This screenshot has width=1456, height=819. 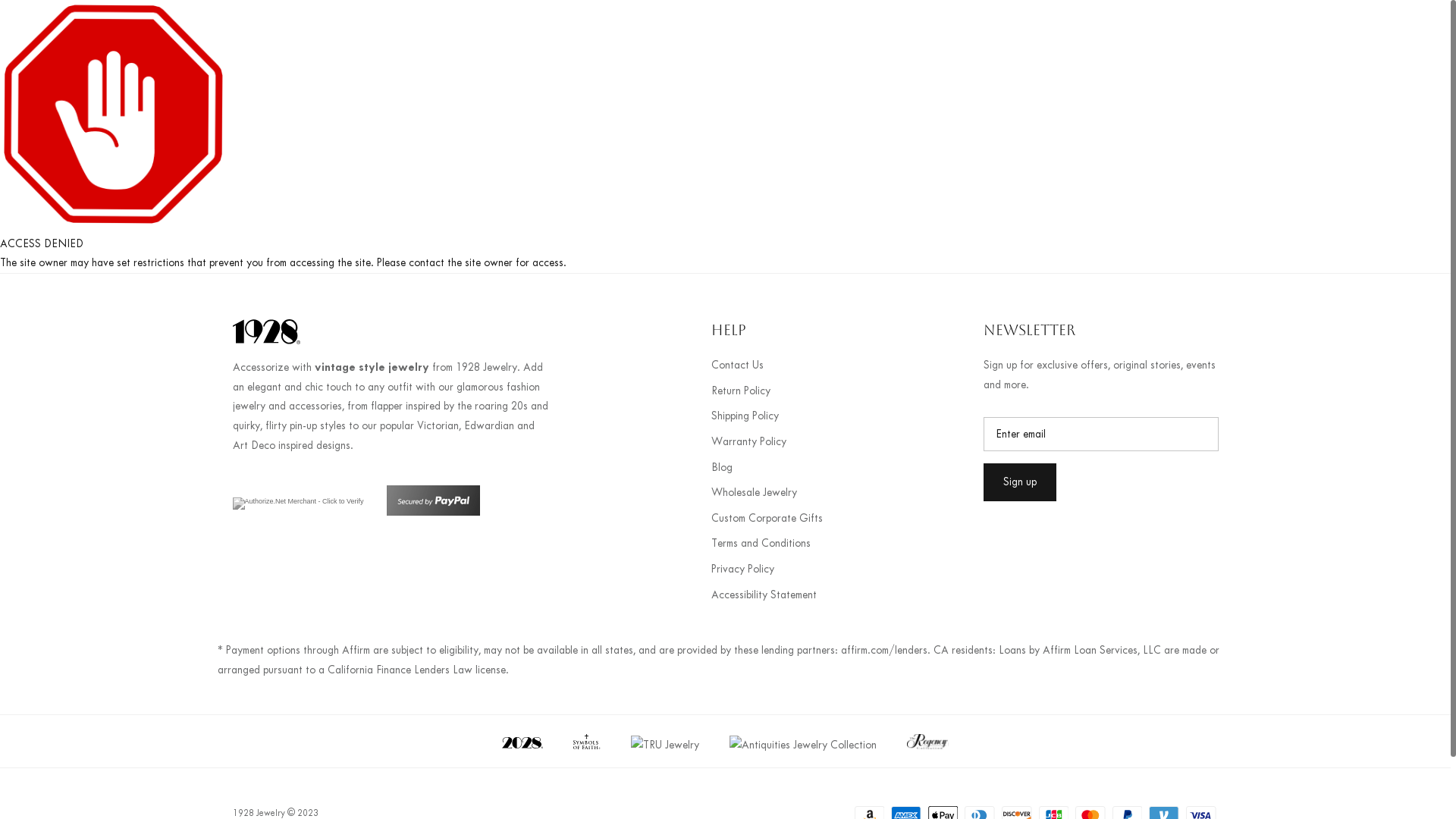 What do you see at coordinates (745, 416) in the screenshot?
I see `'Shipping Policy'` at bounding box center [745, 416].